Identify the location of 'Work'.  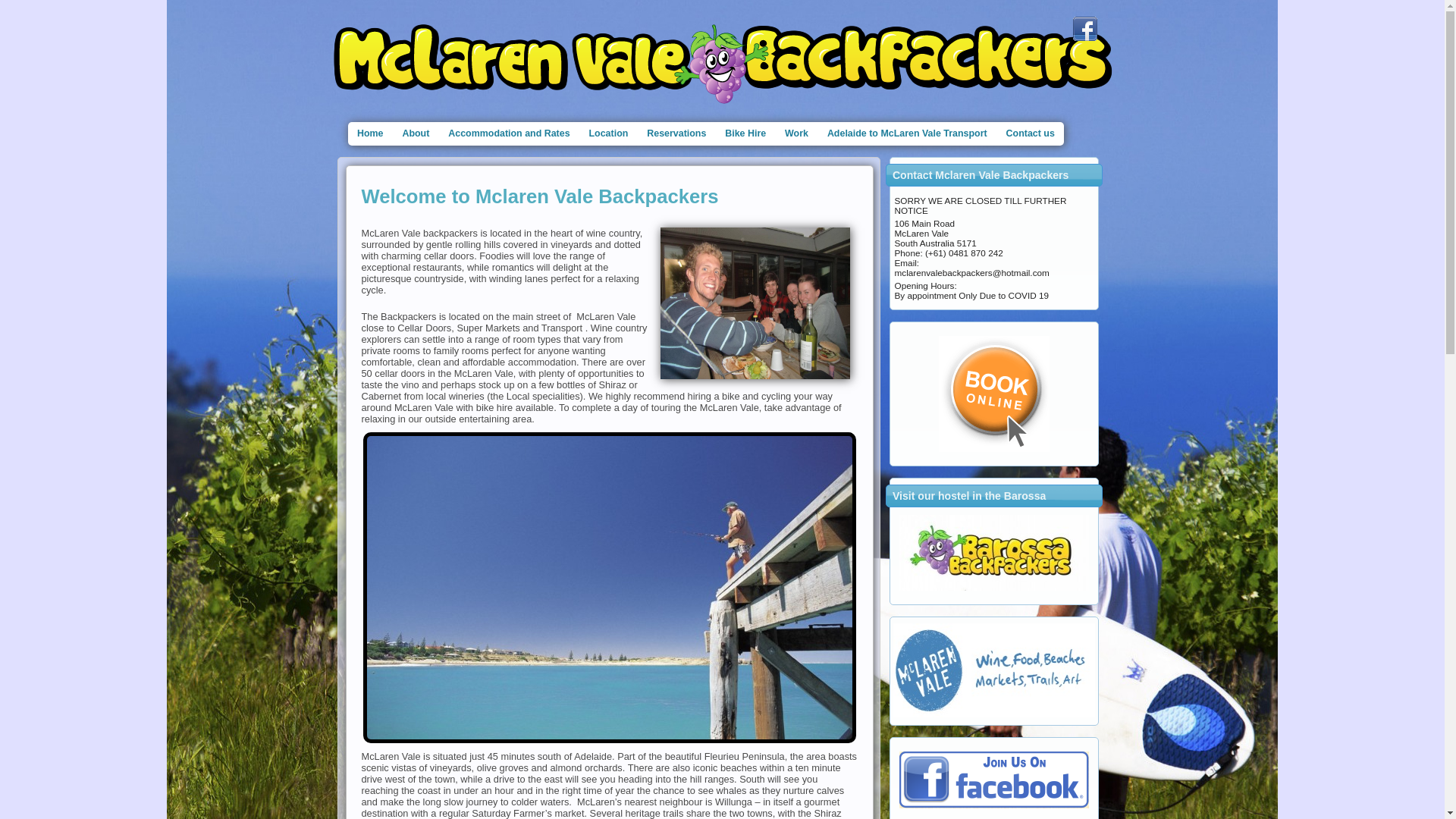
(775, 133).